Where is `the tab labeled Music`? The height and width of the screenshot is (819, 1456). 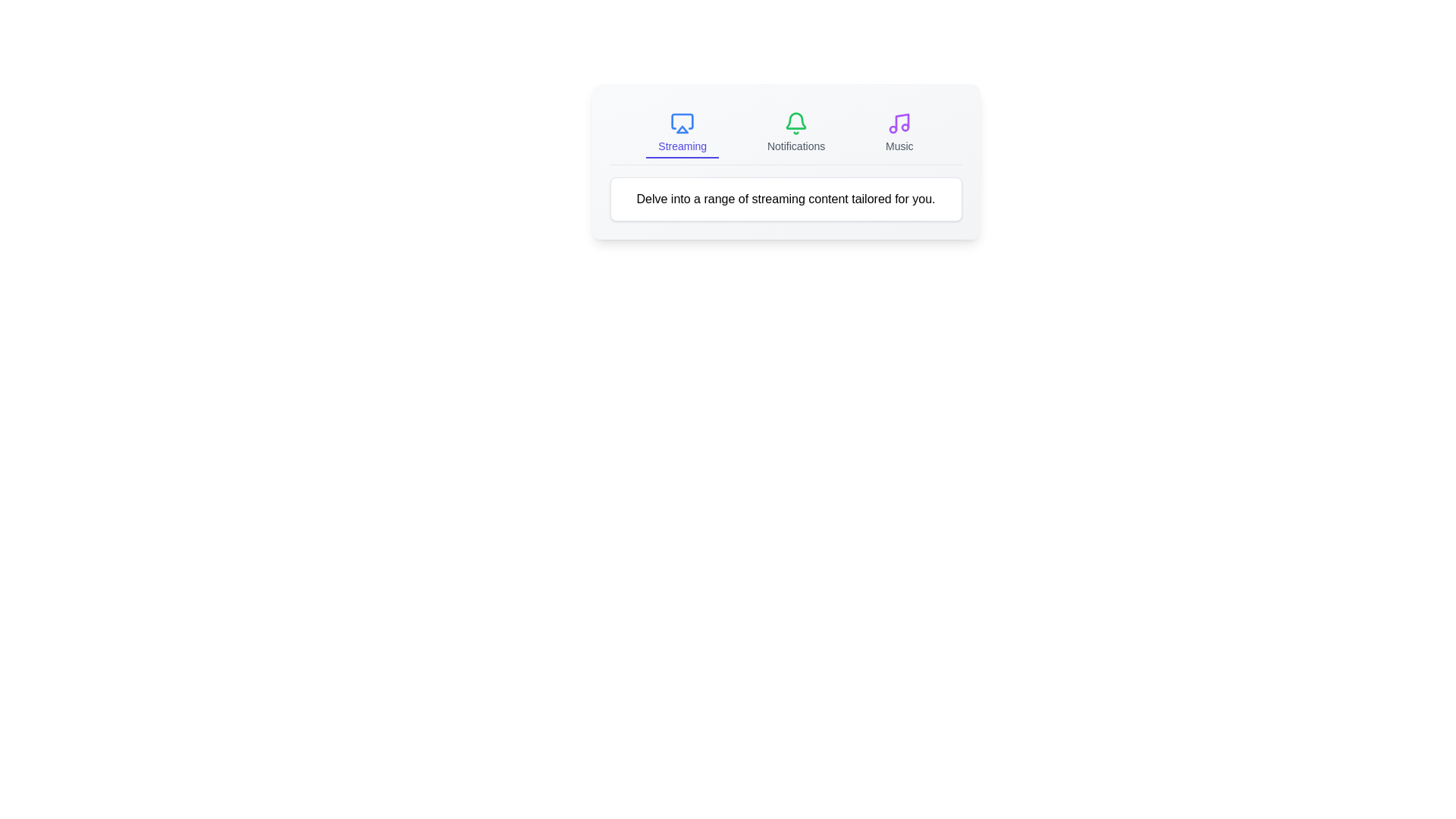 the tab labeled Music is located at coordinates (899, 133).